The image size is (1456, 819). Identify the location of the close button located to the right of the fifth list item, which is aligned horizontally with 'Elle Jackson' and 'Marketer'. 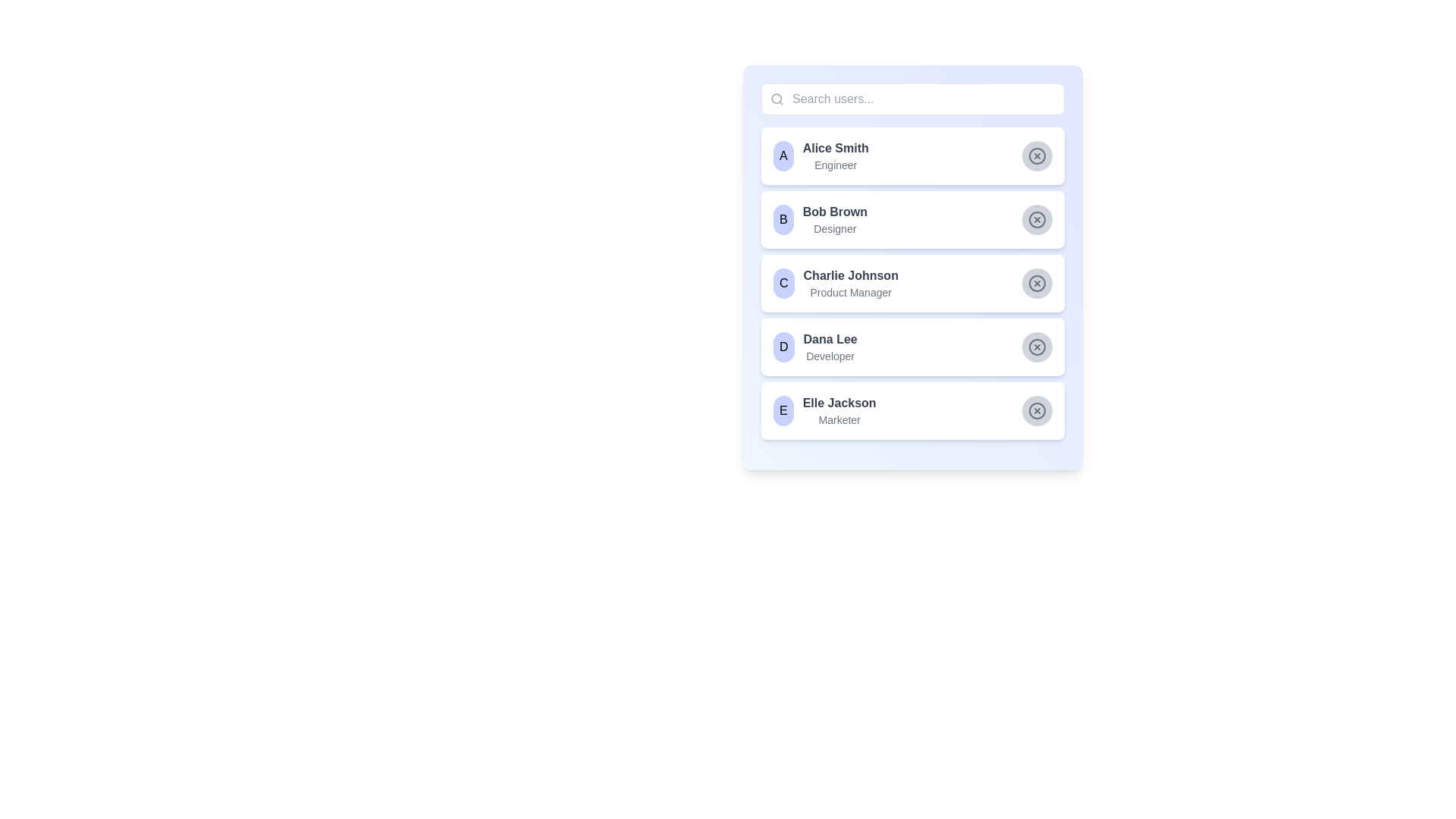
(1037, 411).